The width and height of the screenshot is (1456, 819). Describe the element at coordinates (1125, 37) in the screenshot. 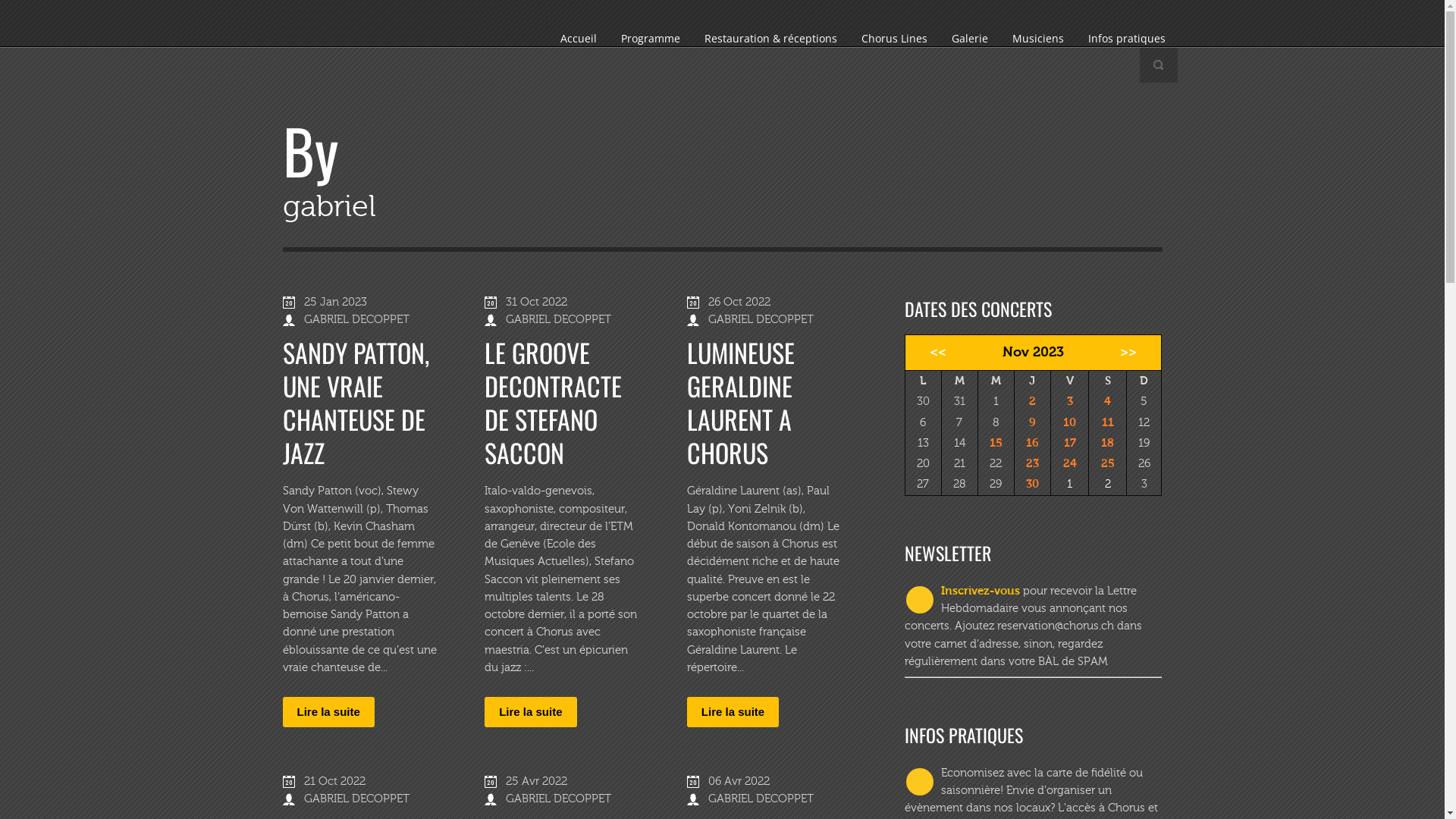

I see `'Infos pratiques'` at that location.